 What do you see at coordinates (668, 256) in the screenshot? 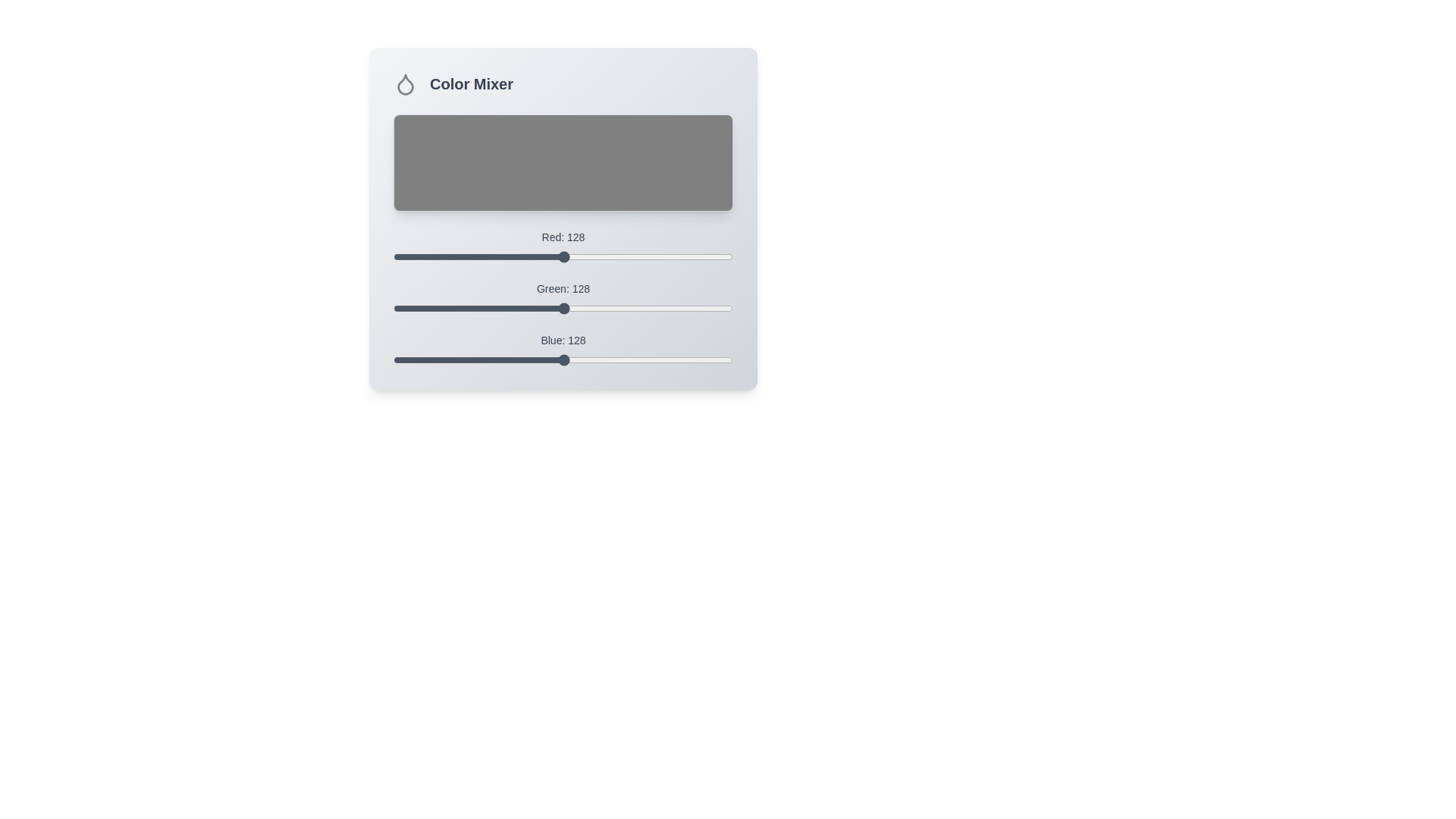
I see `the red color slider to set the red value to 207` at bounding box center [668, 256].